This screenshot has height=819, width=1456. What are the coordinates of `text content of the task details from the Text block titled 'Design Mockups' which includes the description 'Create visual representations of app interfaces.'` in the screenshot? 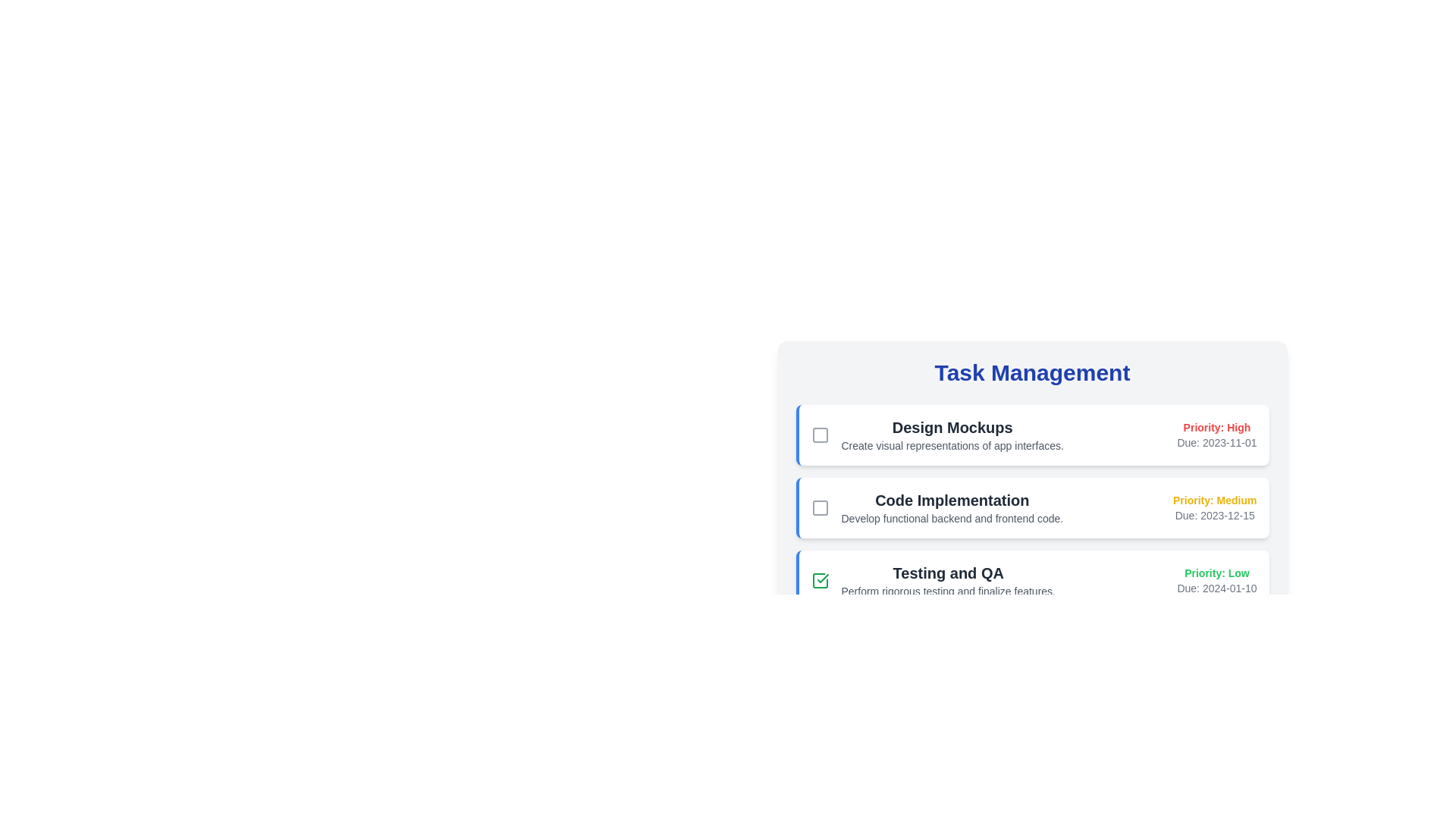 It's located at (952, 435).